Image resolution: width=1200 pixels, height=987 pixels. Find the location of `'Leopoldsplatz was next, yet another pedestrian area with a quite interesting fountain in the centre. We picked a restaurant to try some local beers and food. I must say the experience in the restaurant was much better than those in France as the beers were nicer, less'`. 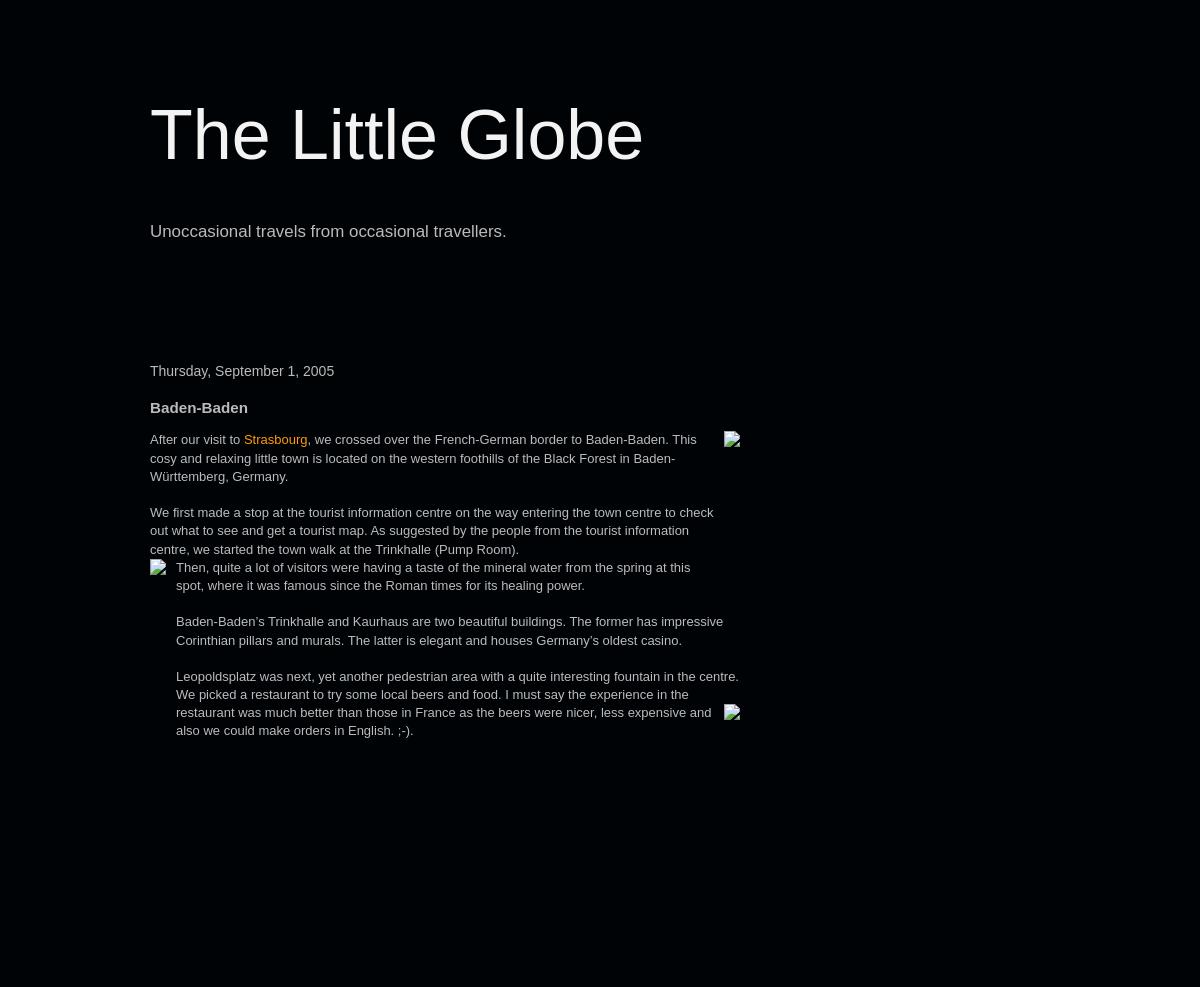

'Leopoldsplatz was next, yet another pedestrian area with a quite interesting fountain in the centre. We picked a restaurant to try some local beers and food. I must say the experience in the restaurant was much better than those in France as the beers were nicer, less' is located at coordinates (455, 693).